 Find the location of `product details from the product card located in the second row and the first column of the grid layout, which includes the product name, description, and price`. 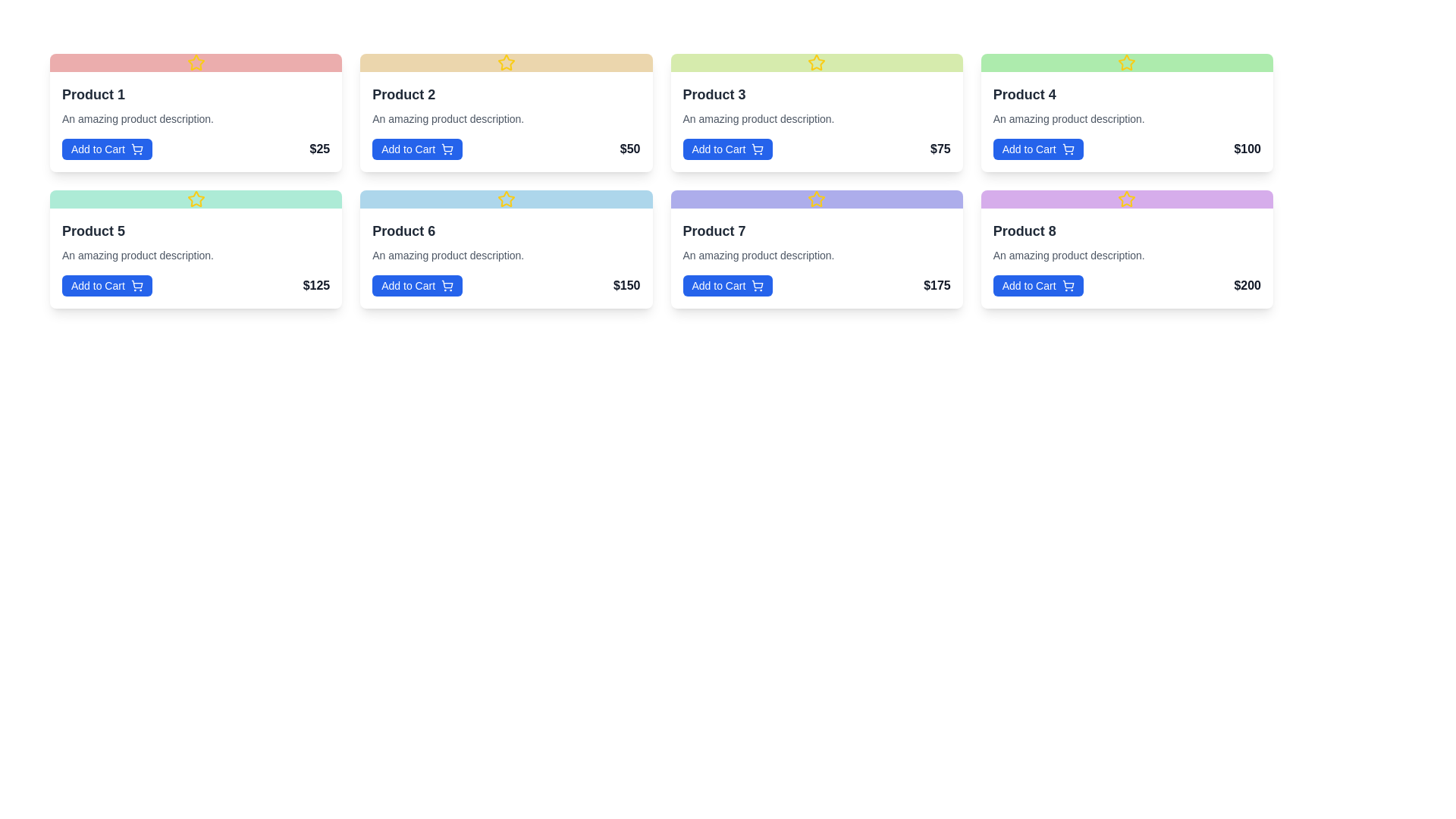

product details from the product card located in the second row and the first column of the grid layout, which includes the product name, description, and price is located at coordinates (195, 248).